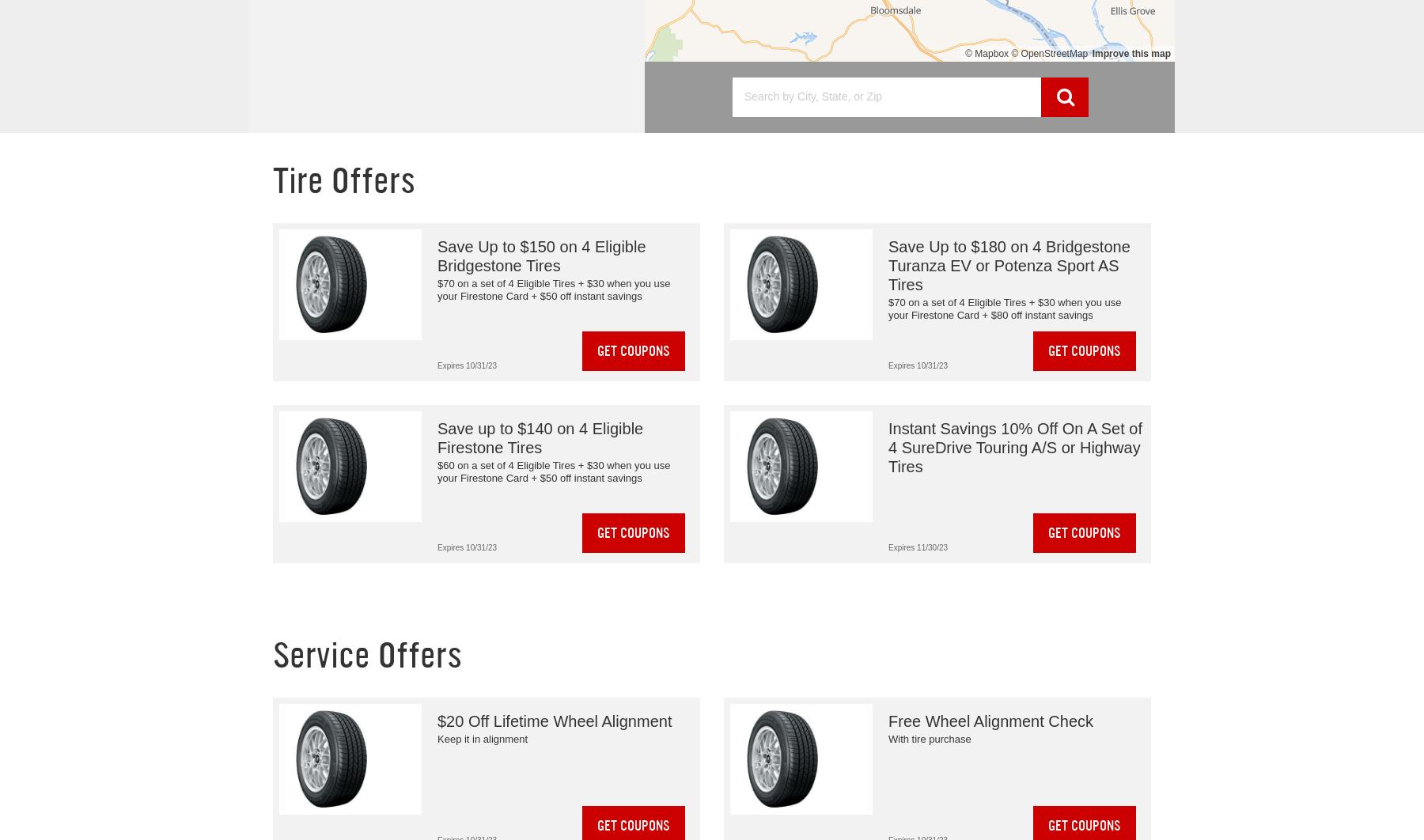 The image size is (1424, 840). I want to click on 'Tire Offers', so click(344, 181).